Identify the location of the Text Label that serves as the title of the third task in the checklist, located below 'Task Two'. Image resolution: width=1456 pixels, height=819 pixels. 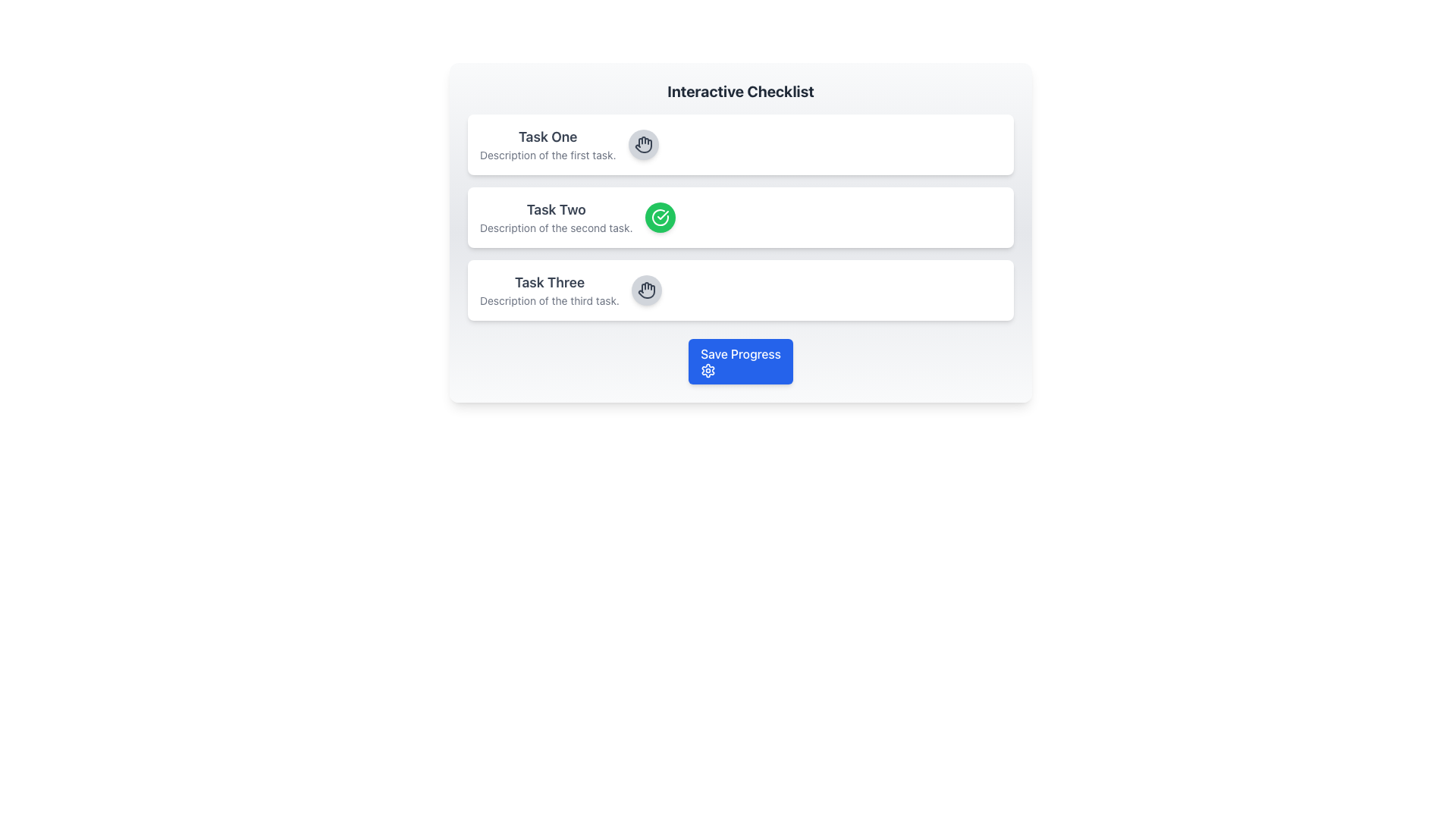
(548, 283).